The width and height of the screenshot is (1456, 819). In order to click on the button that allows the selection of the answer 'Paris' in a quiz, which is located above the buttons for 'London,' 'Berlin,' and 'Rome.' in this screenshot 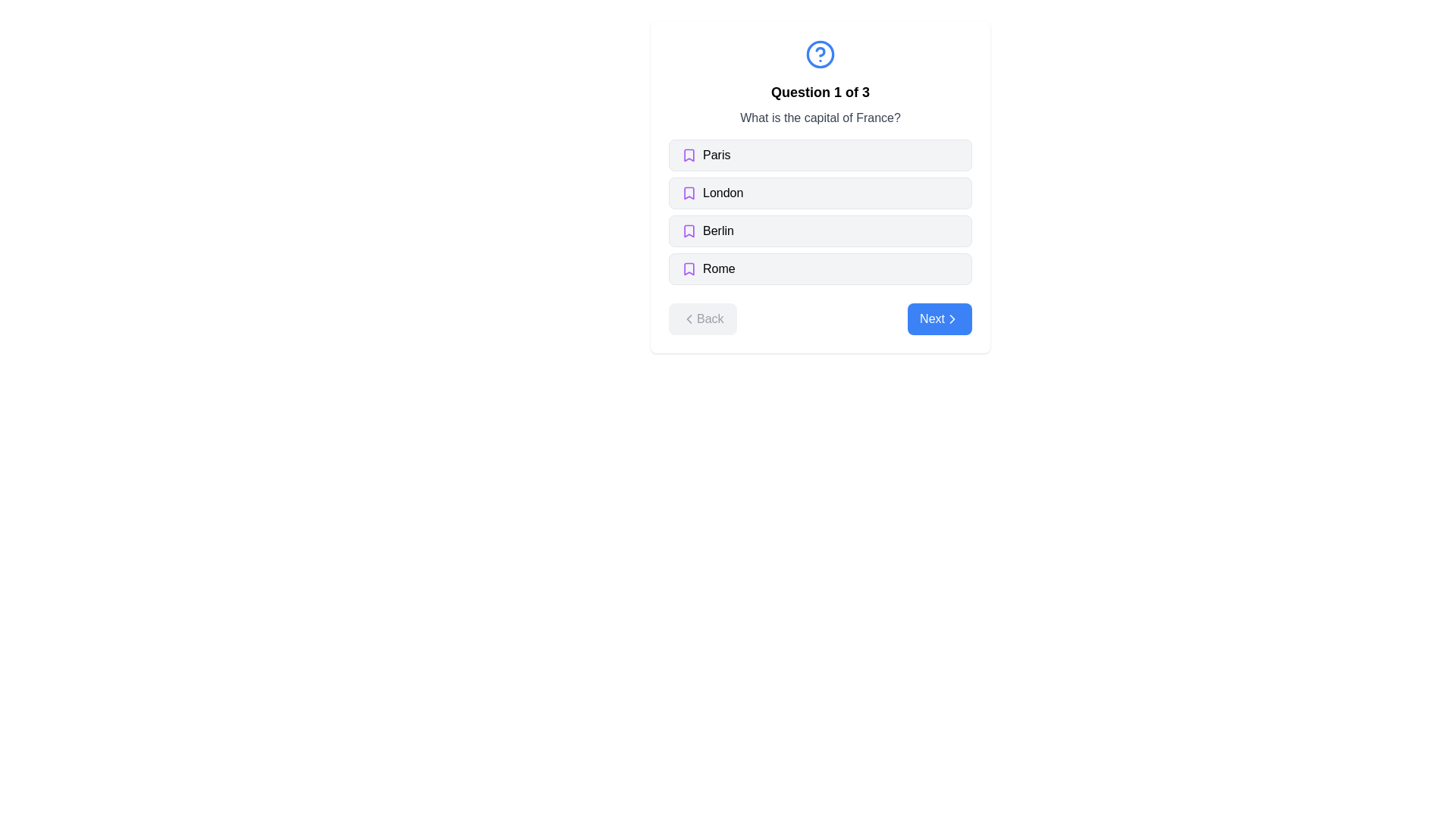, I will do `click(819, 155)`.